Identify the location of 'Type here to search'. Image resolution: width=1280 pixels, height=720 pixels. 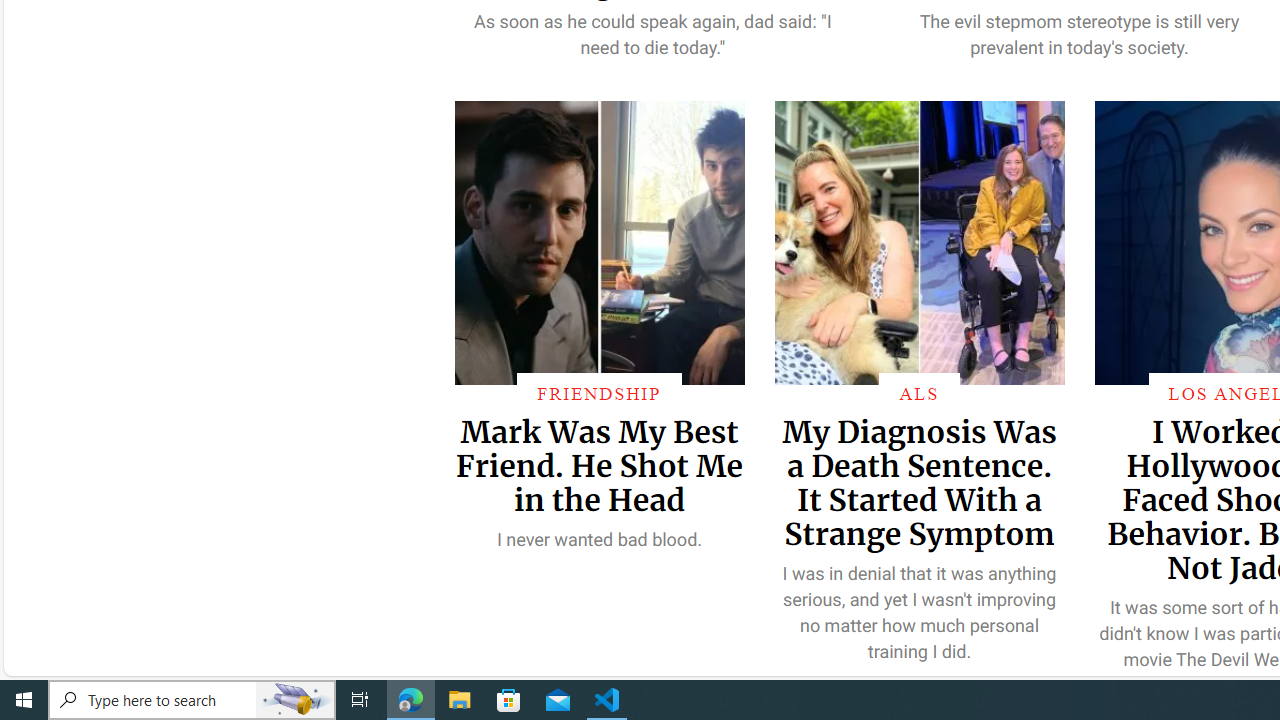
(192, 698).